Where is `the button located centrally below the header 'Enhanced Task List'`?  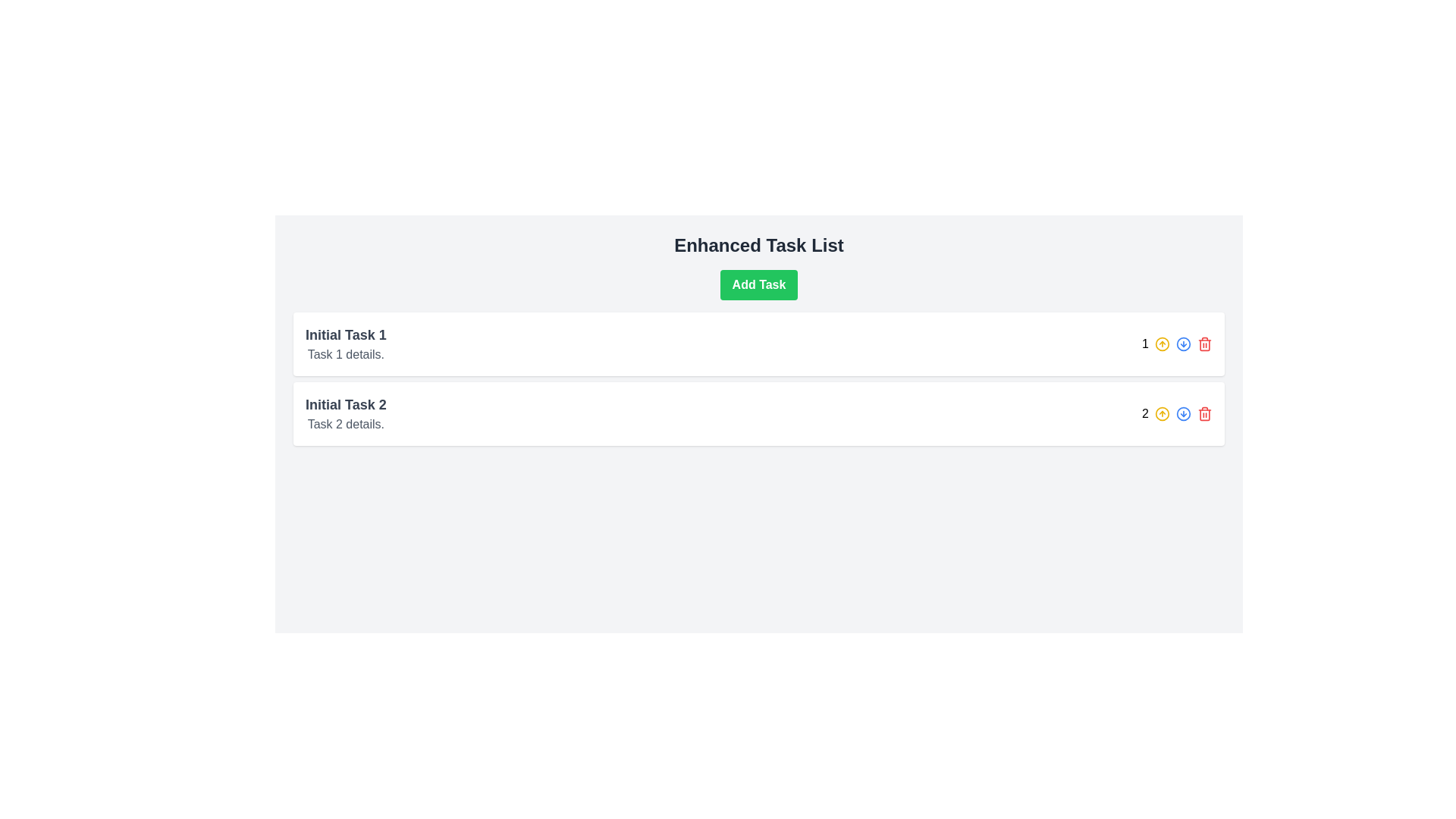
the button located centrally below the header 'Enhanced Task List' is located at coordinates (758, 284).